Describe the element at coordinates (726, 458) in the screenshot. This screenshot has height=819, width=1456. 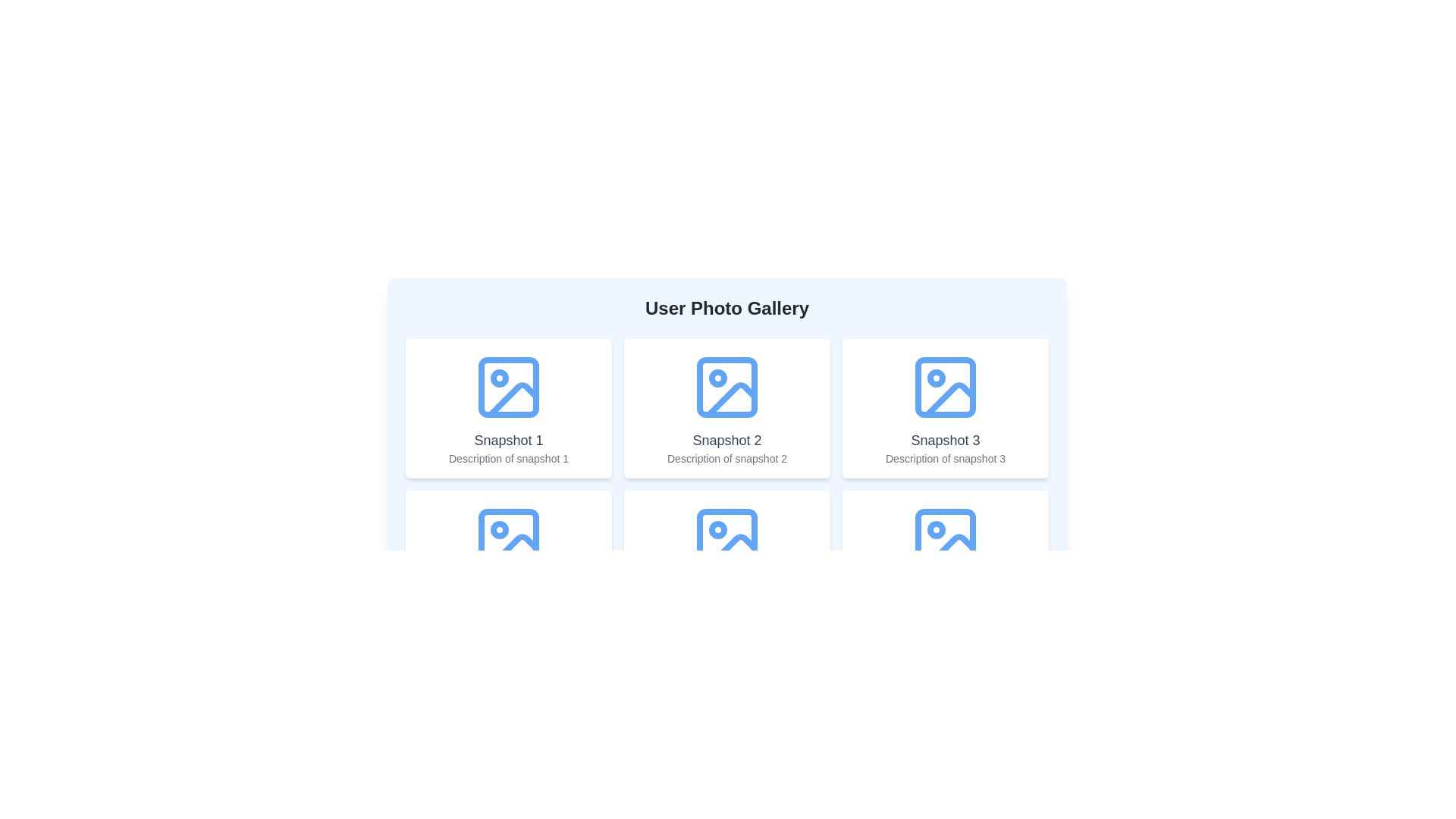
I see `the text label reading 'Description of snapshot 2', which is styled in a small gray font and positioned below the 'Snapshot 2' heading in the middle card of the first row of a card grid layout` at that location.